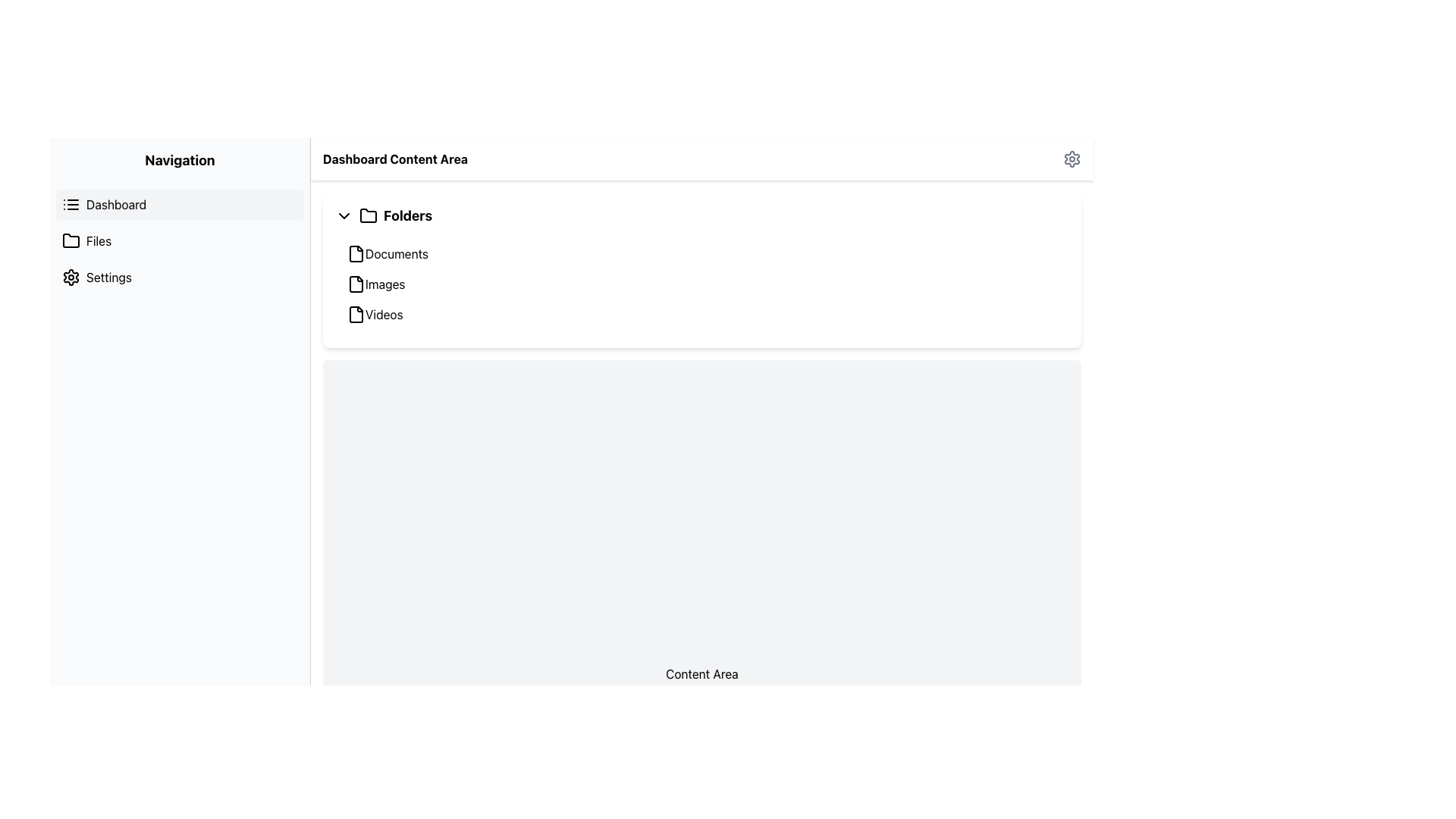  Describe the element at coordinates (701, 158) in the screenshot. I see `the title 'Dashboard Content Area' by interacting with the title bar located at the top of the main content area, which includes a gear icon for settings` at that location.